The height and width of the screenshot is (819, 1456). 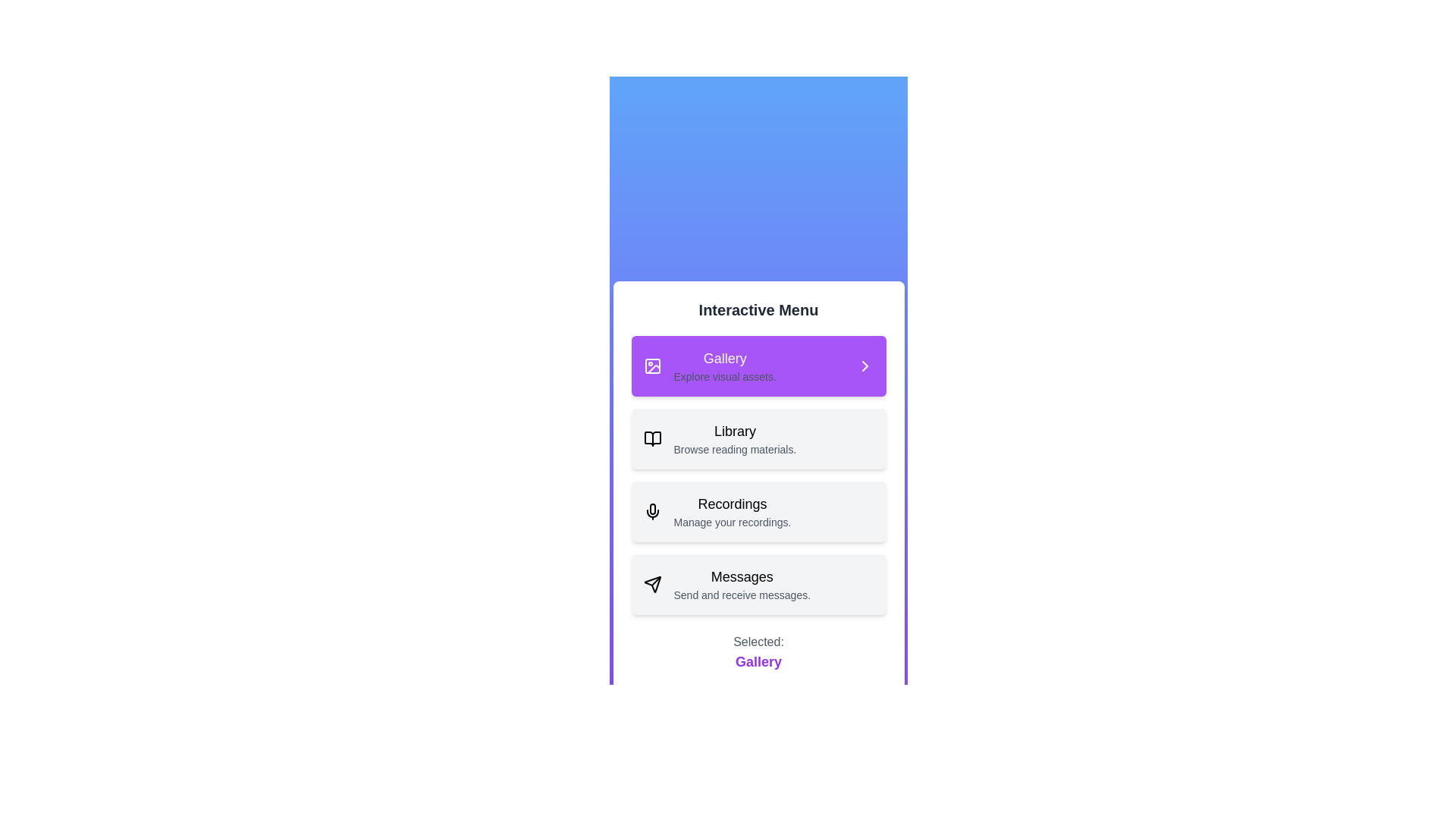 What do you see at coordinates (758, 366) in the screenshot?
I see `the menu item Gallery` at bounding box center [758, 366].